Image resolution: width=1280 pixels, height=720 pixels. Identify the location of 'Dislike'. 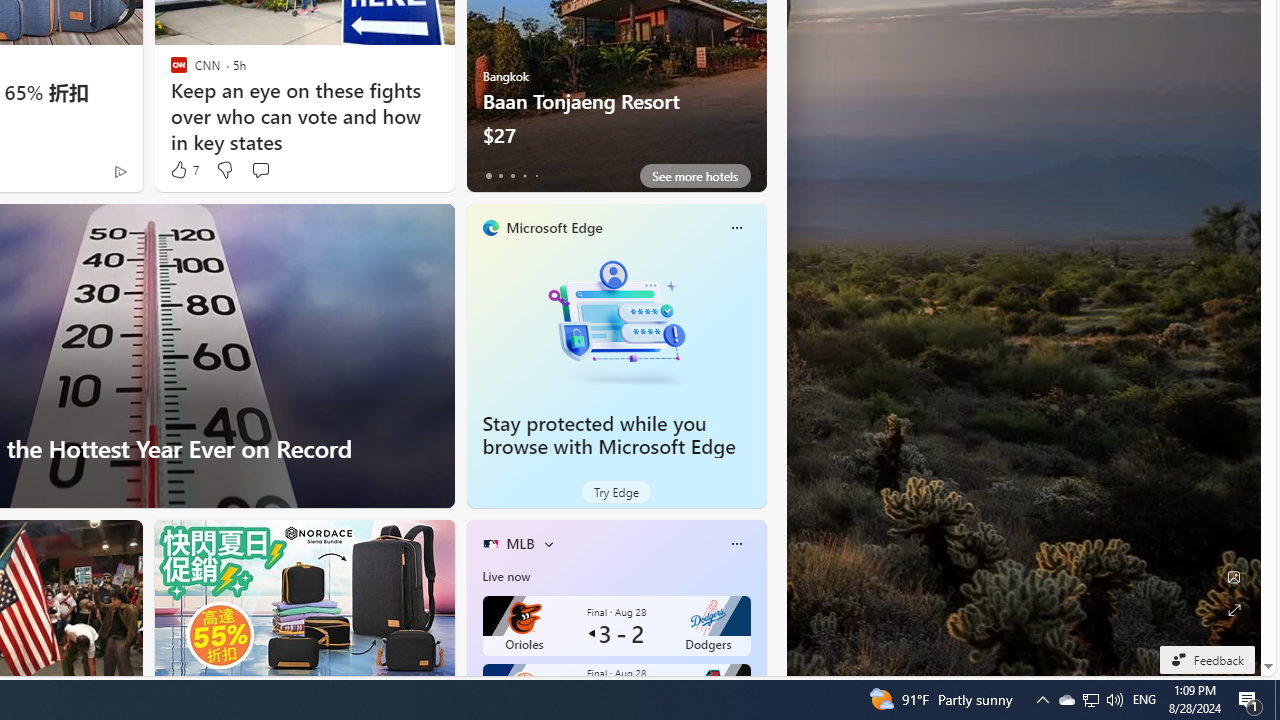
(224, 169).